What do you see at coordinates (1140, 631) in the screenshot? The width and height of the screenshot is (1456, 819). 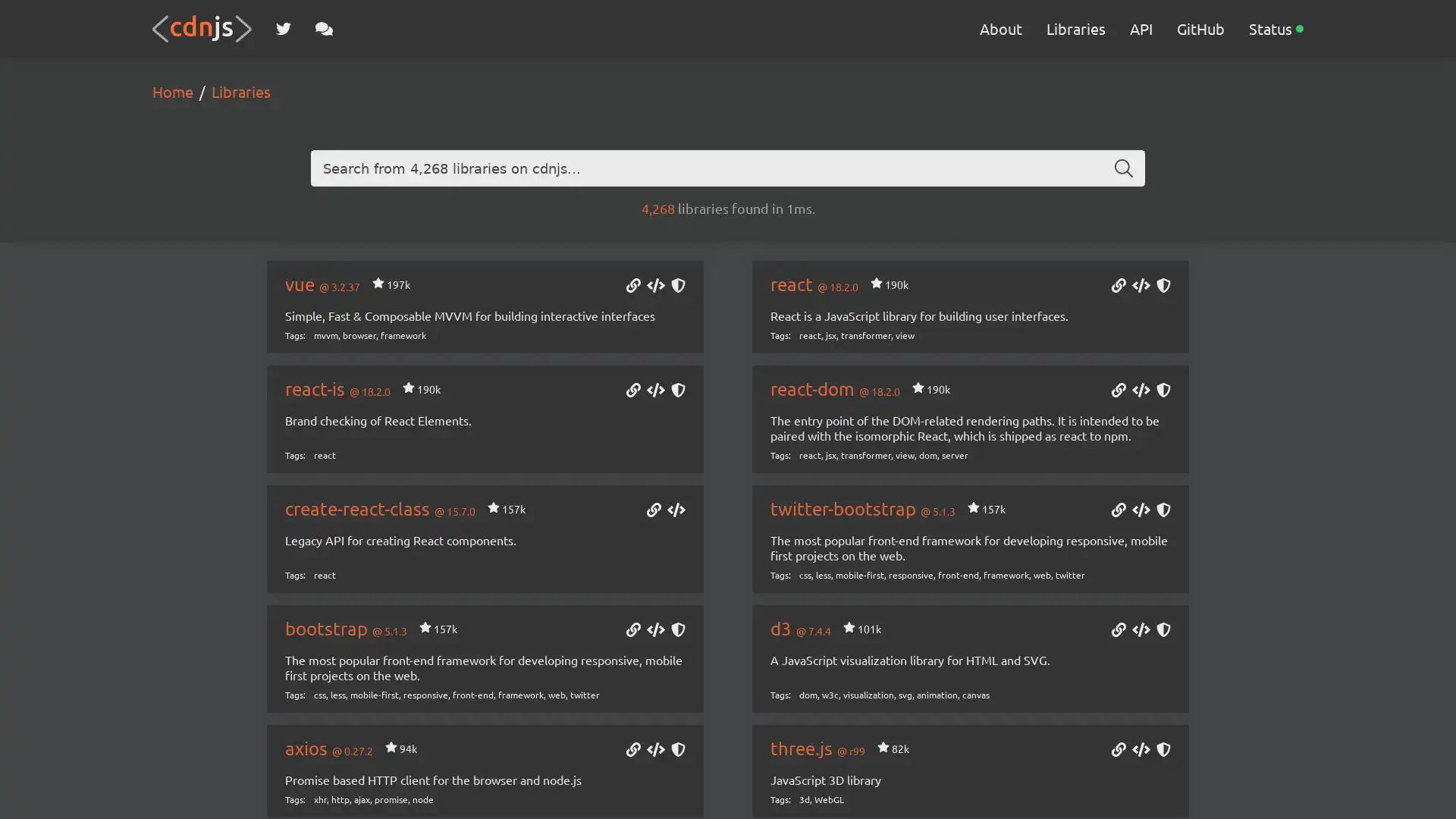 I see `Copy Script Tag` at bounding box center [1140, 631].